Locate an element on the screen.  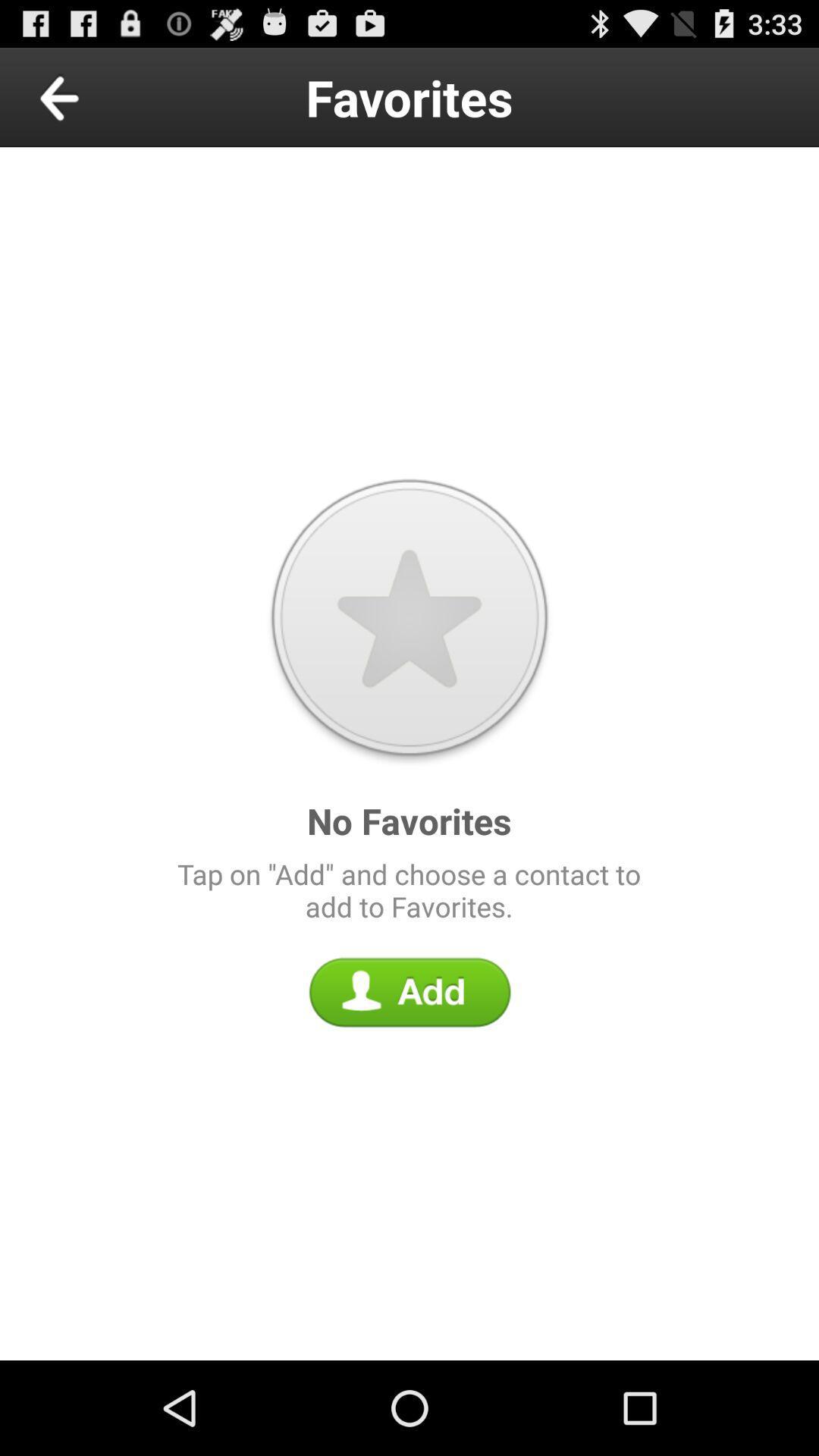
add option is located at coordinates (409, 992).